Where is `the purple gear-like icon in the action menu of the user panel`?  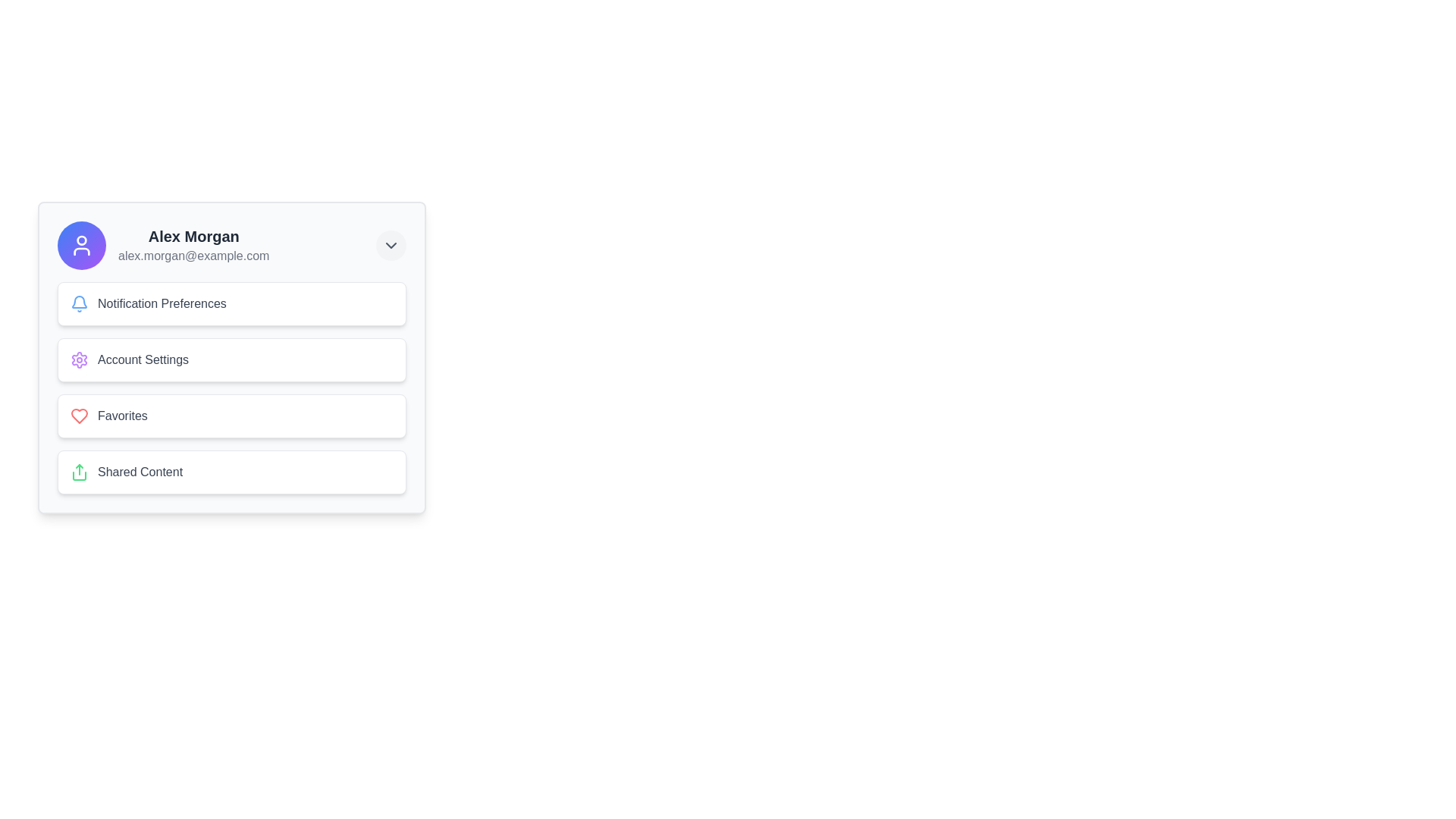 the purple gear-like icon in the action menu of the user panel is located at coordinates (79, 359).